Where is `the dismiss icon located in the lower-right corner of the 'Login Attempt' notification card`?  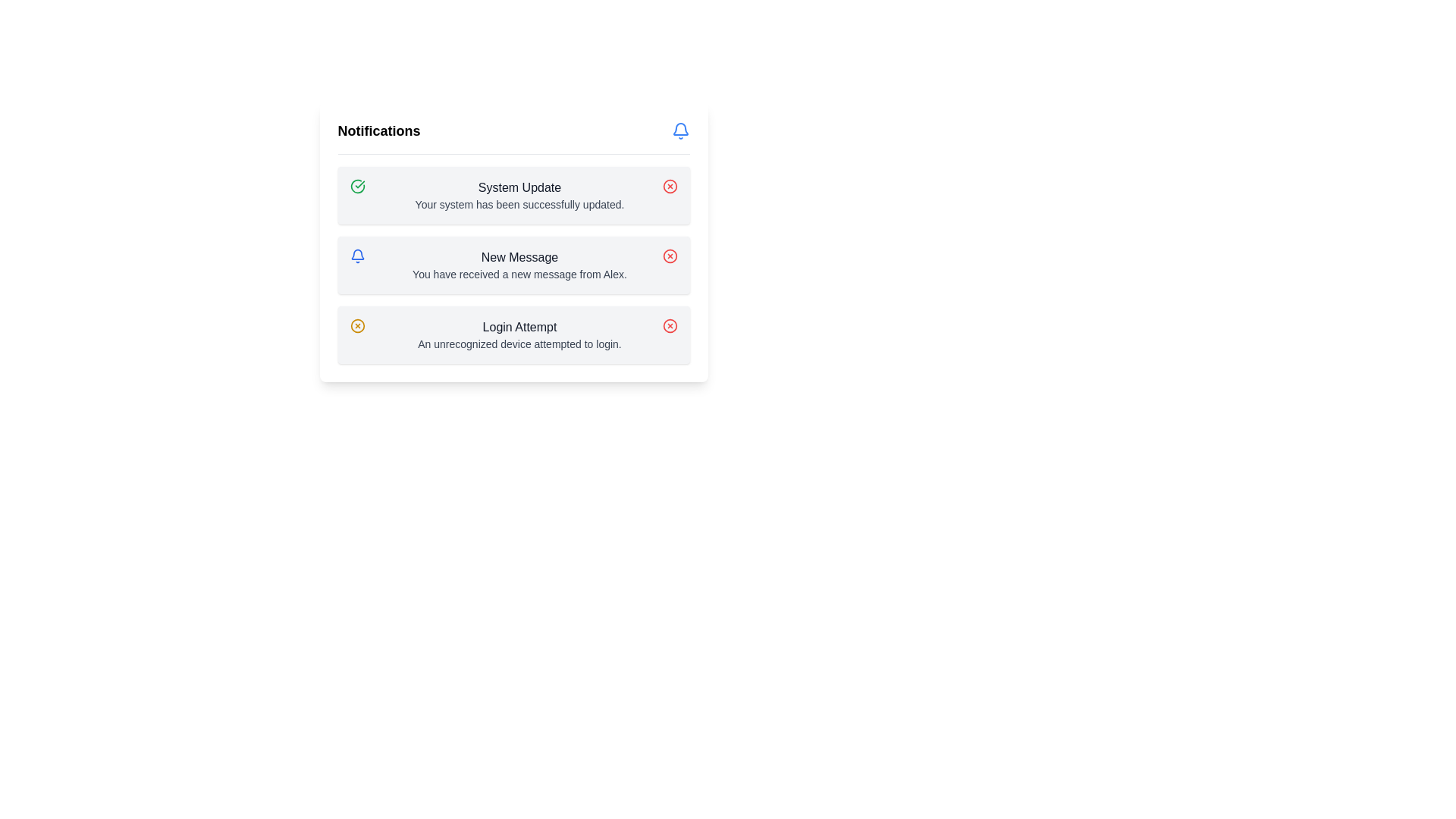
the dismiss icon located in the lower-right corner of the 'Login Attempt' notification card is located at coordinates (669, 325).